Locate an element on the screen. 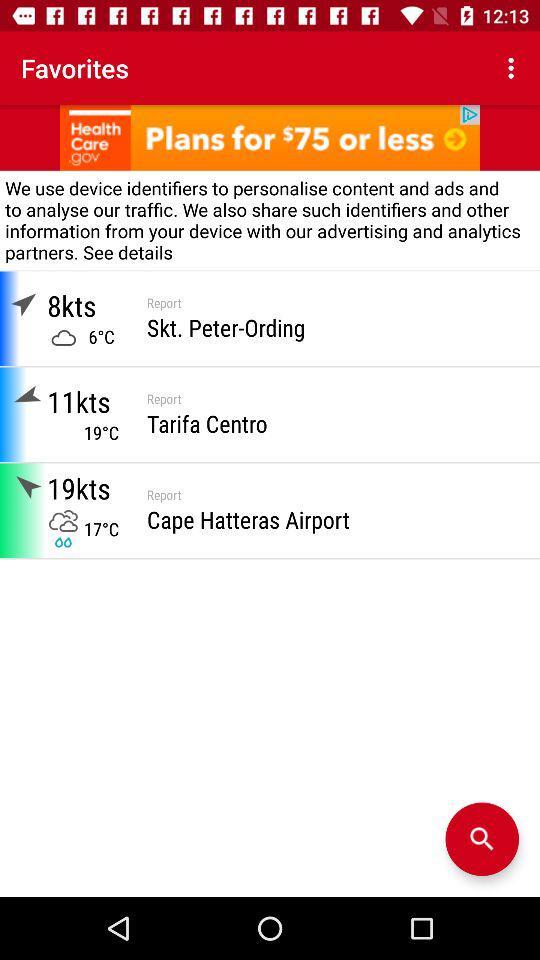 The width and height of the screenshot is (540, 960). advertisement link is located at coordinates (270, 136).